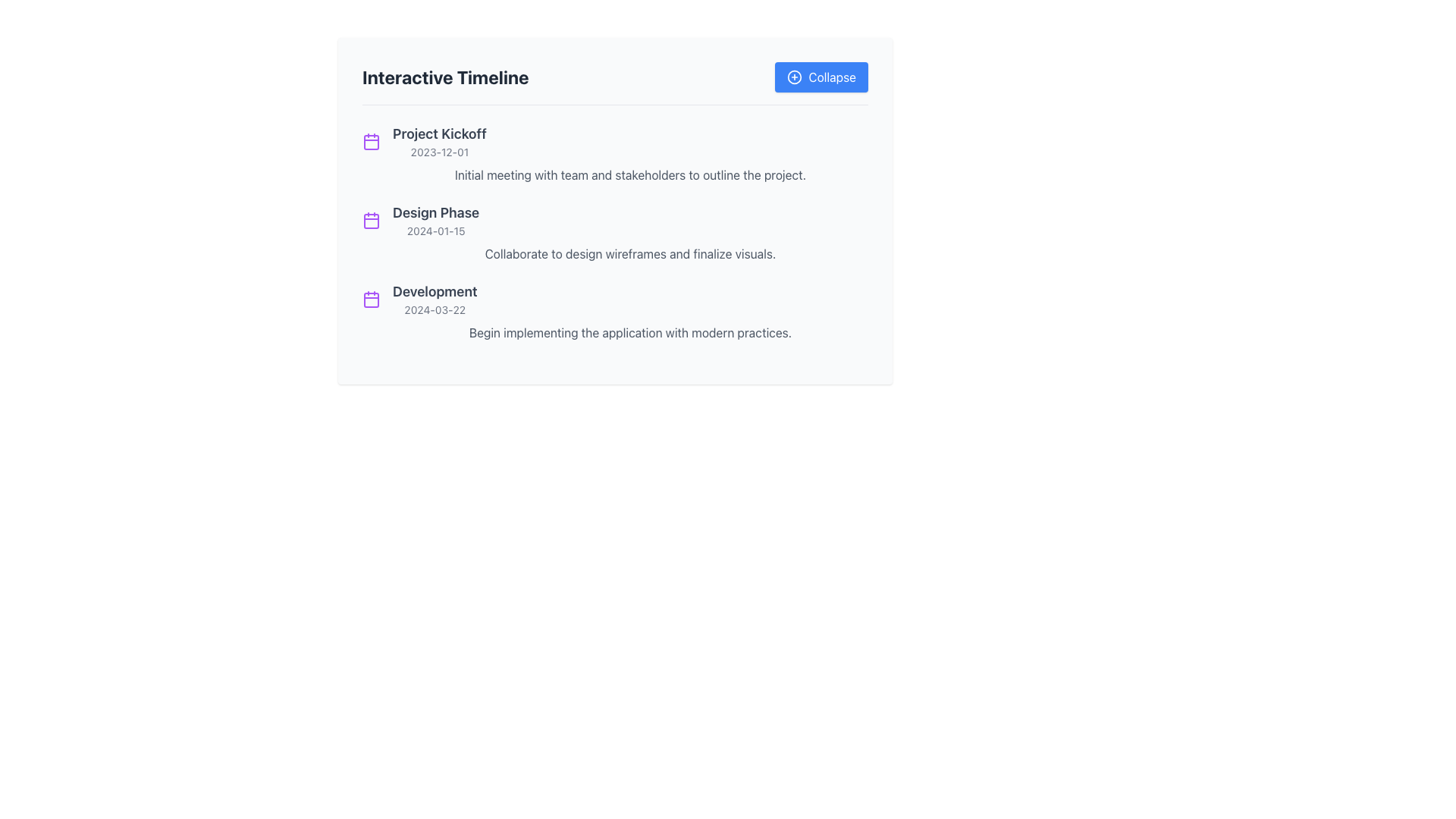 This screenshot has width=1456, height=819. What do you see at coordinates (615, 253) in the screenshot?
I see `text 'Collaborate to design wireframes and finalize visuals.' located beneath the 'Design Phase' header in the timeline interface` at bounding box center [615, 253].